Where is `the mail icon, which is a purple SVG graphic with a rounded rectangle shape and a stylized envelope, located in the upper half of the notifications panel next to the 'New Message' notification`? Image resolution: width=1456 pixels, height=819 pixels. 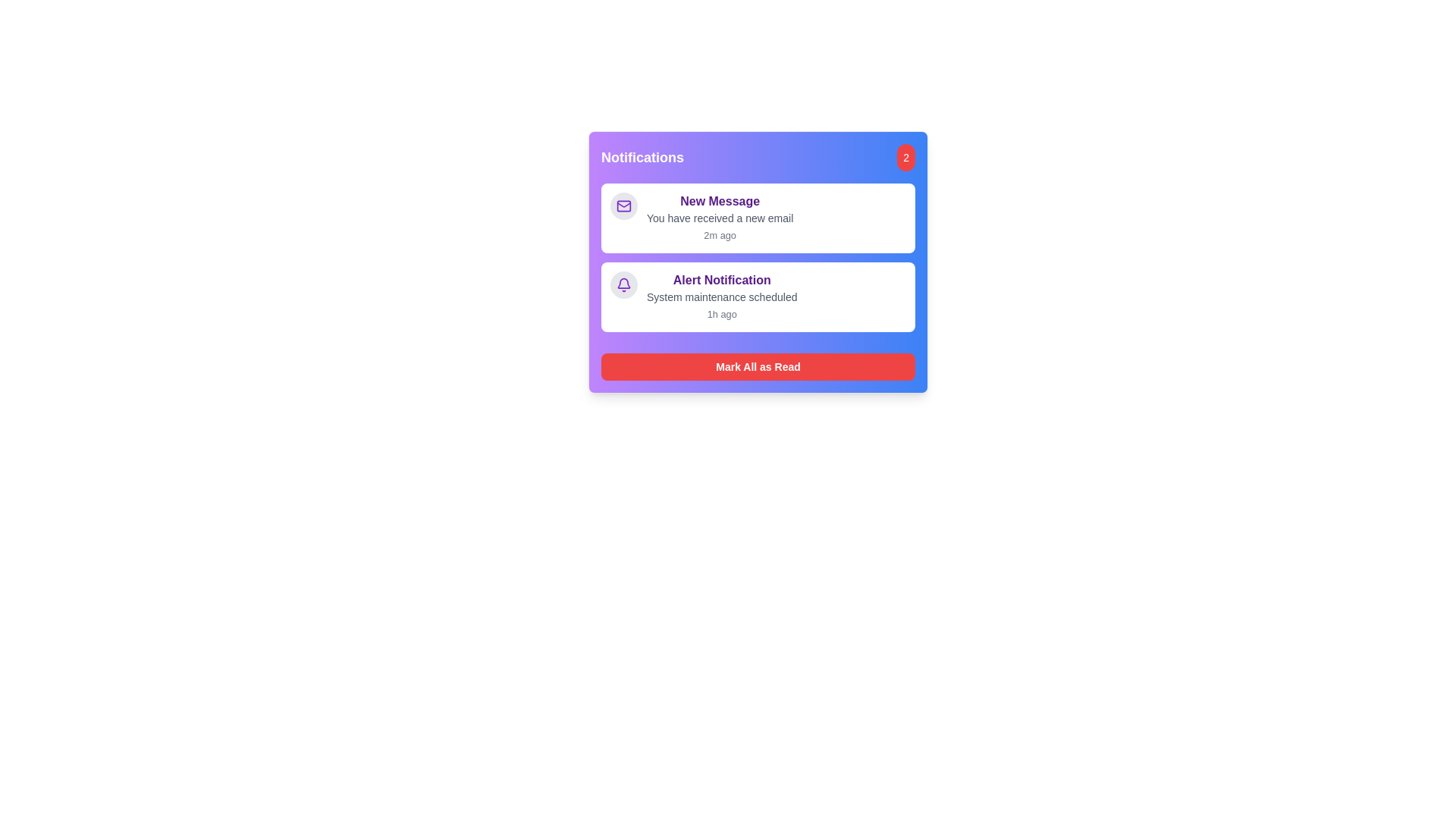 the mail icon, which is a purple SVG graphic with a rounded rectangle shape and a stylized envelope, located in the upper half of the notifications panel next to the 'New Message' notification is located at coordinates (623, 206).